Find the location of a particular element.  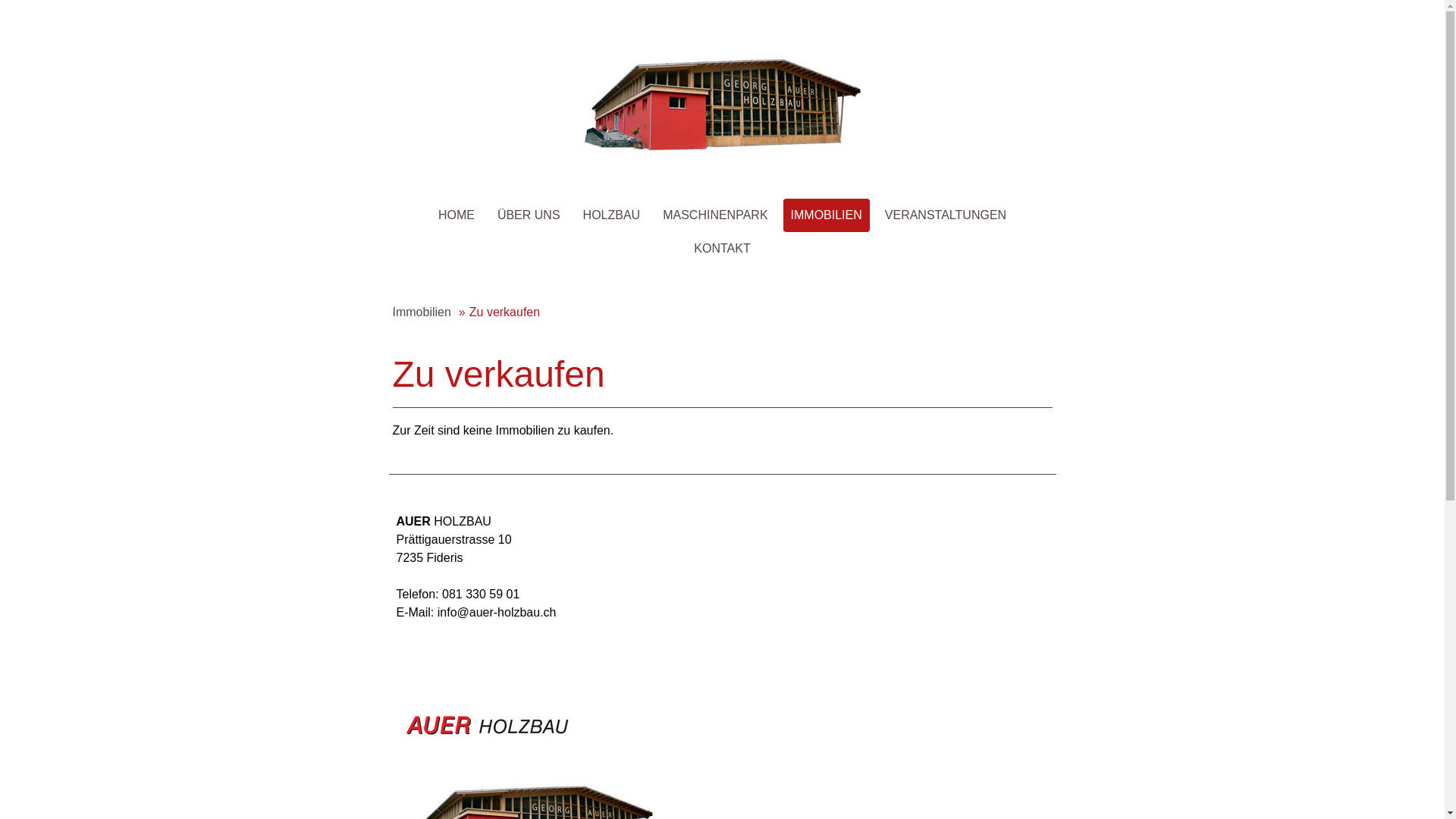

'Zu verkaufen' is located at coordinates (499, 311).